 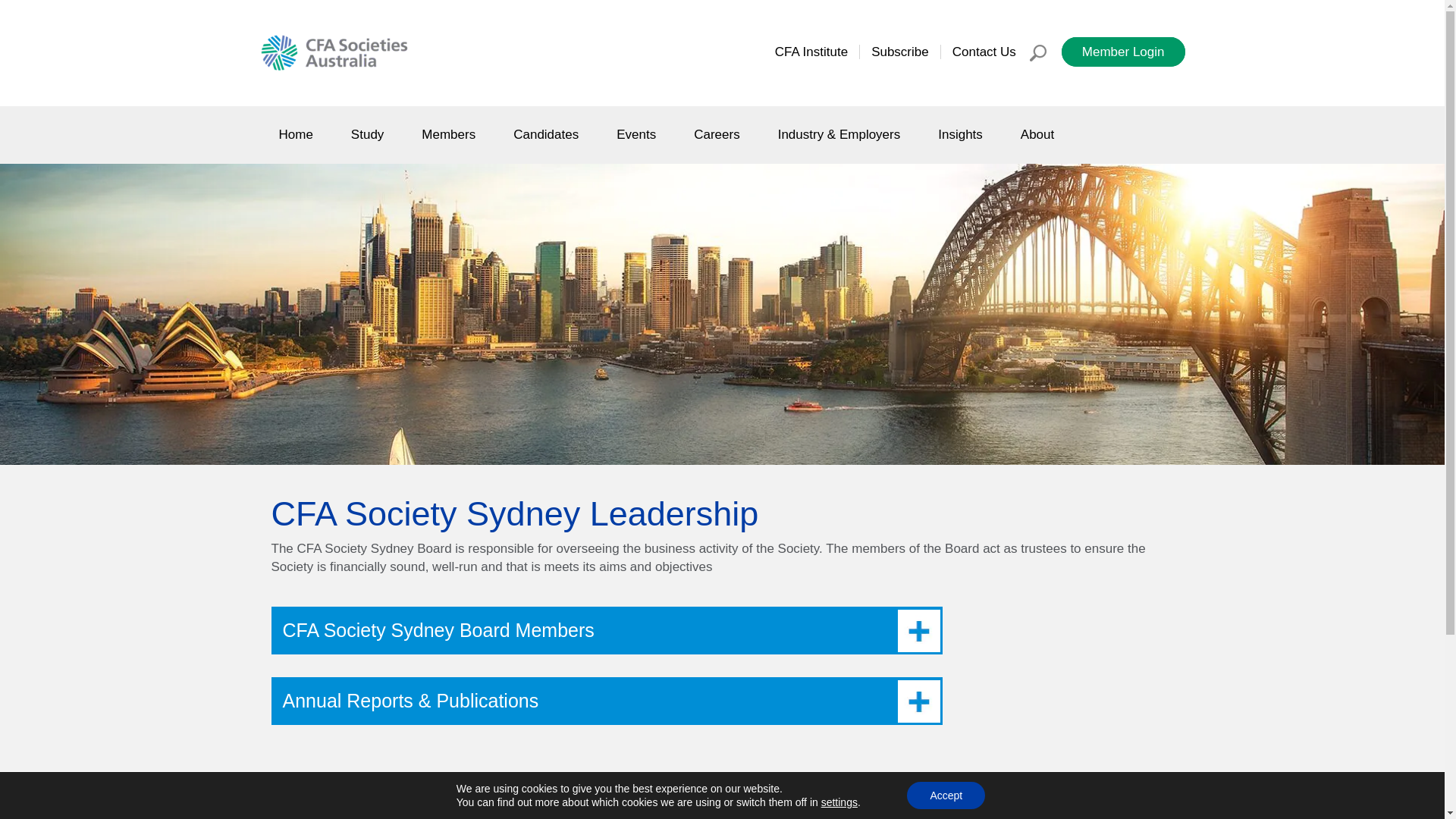 What do you see at coordinates (839, 801) in the screenshot?
I see `'settings'` at bounding box center [839, 801].